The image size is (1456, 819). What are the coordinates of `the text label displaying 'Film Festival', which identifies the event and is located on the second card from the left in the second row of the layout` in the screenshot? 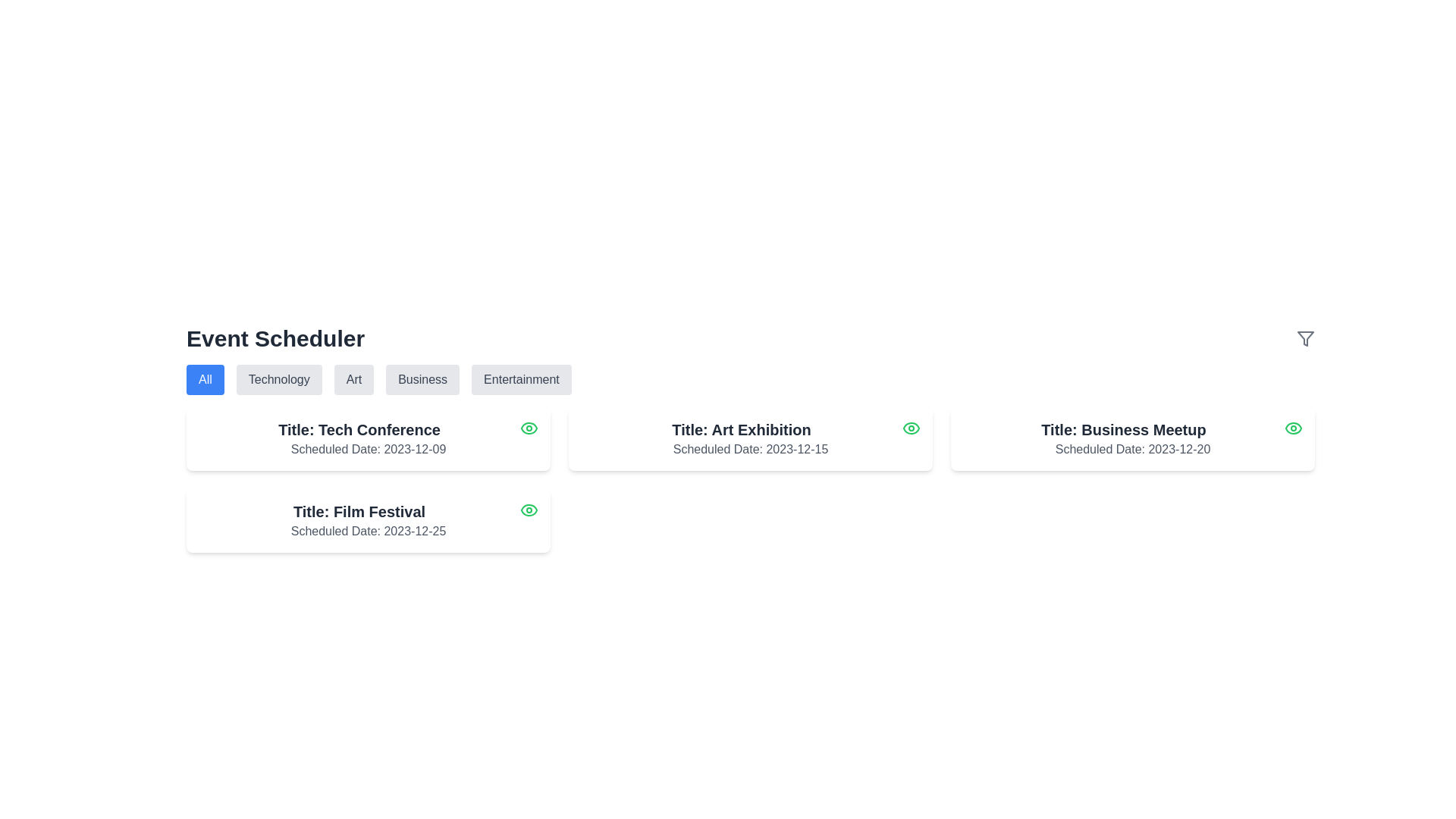 It's located at (368, 512).